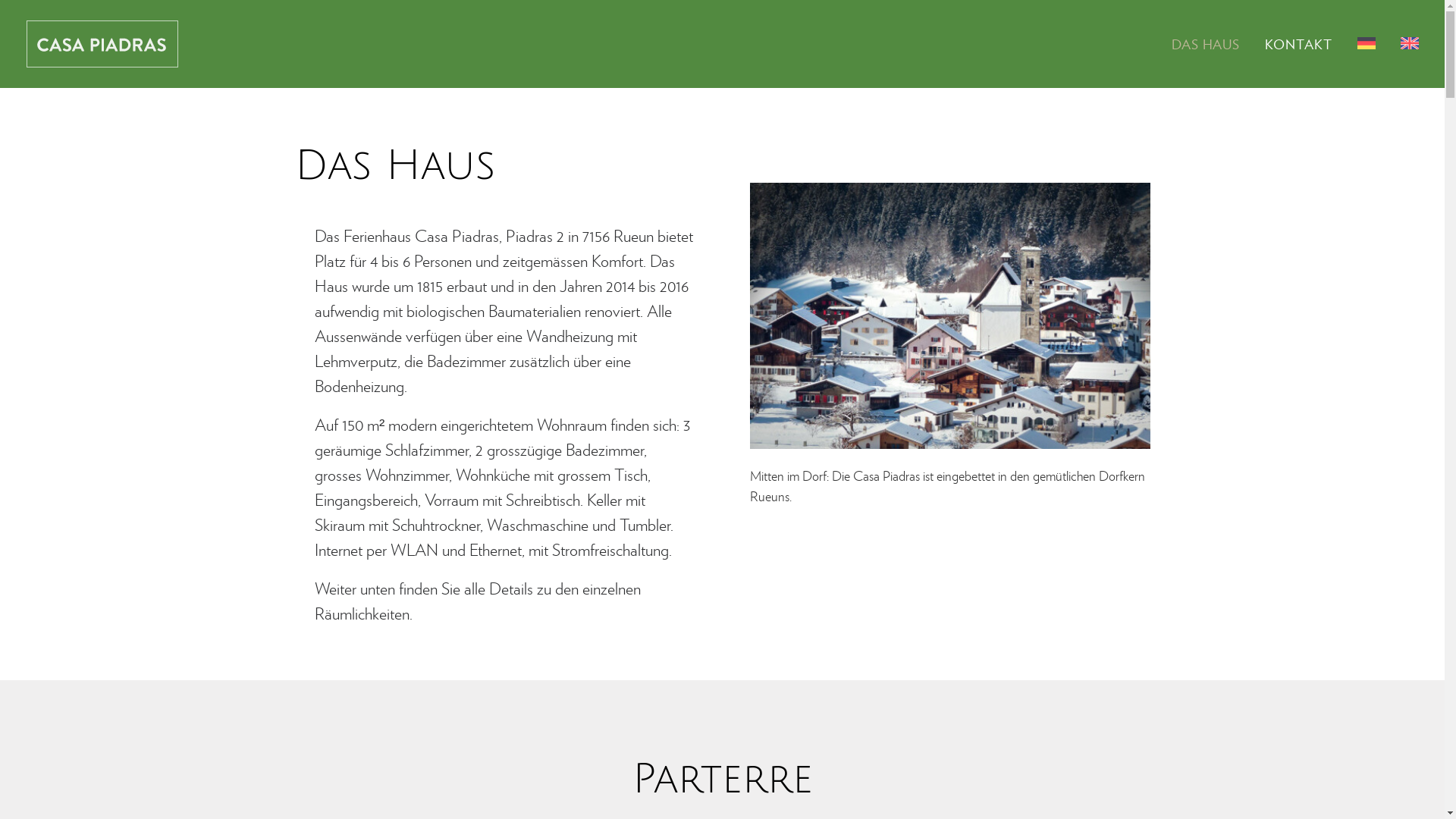  Describe the element at coordinates (1366, 42) in the screenshot. I see `'<img src="/wp-content/polylang/de_DE.png" alt="Deutsch" />'` at that location.